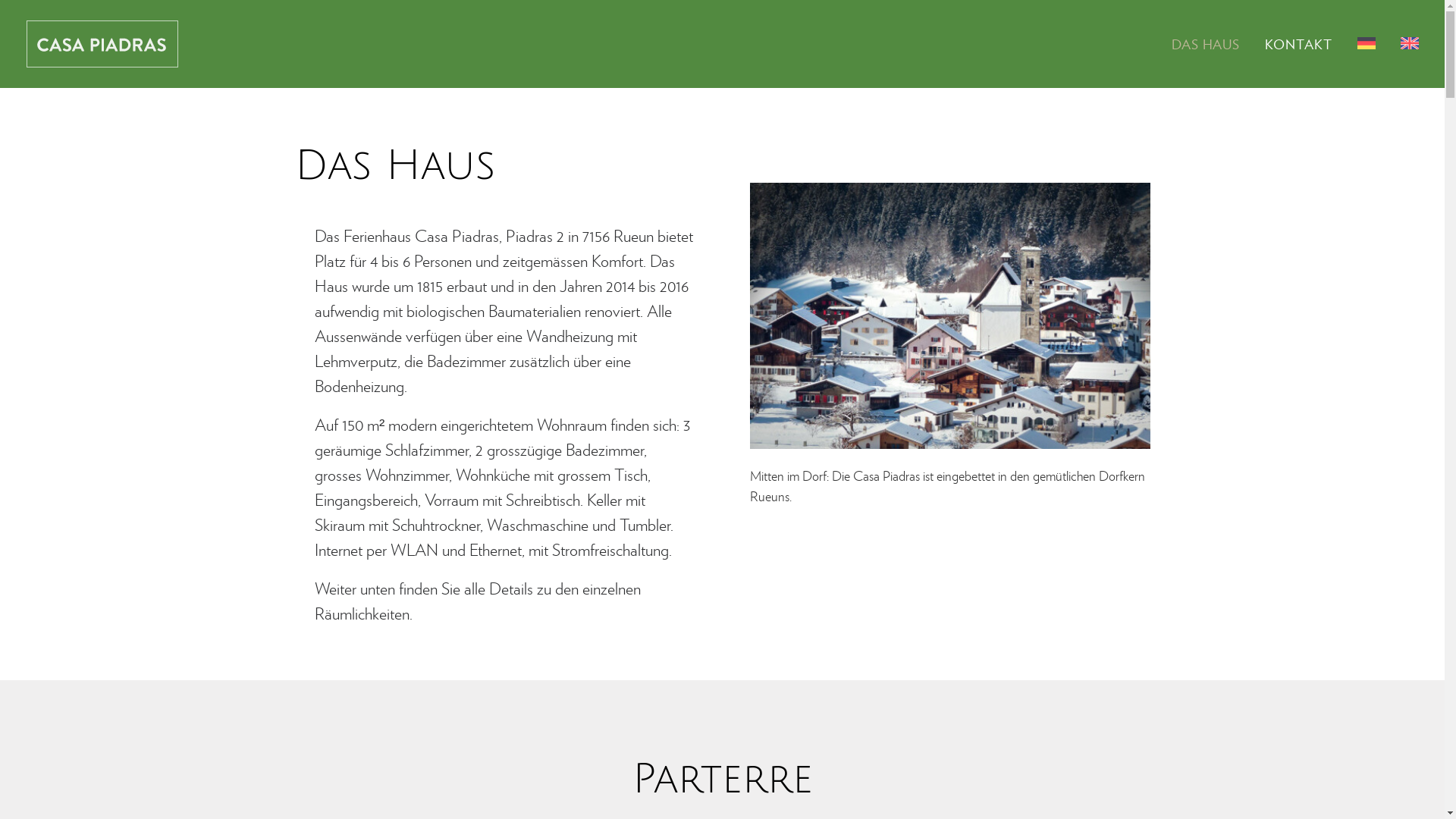  Describe the element at coordinates (1366, 42) in the screenshot. I see `'<img src="/wp-content/polylang/de_DE.png" alt="Deutsch" />'` at that location.